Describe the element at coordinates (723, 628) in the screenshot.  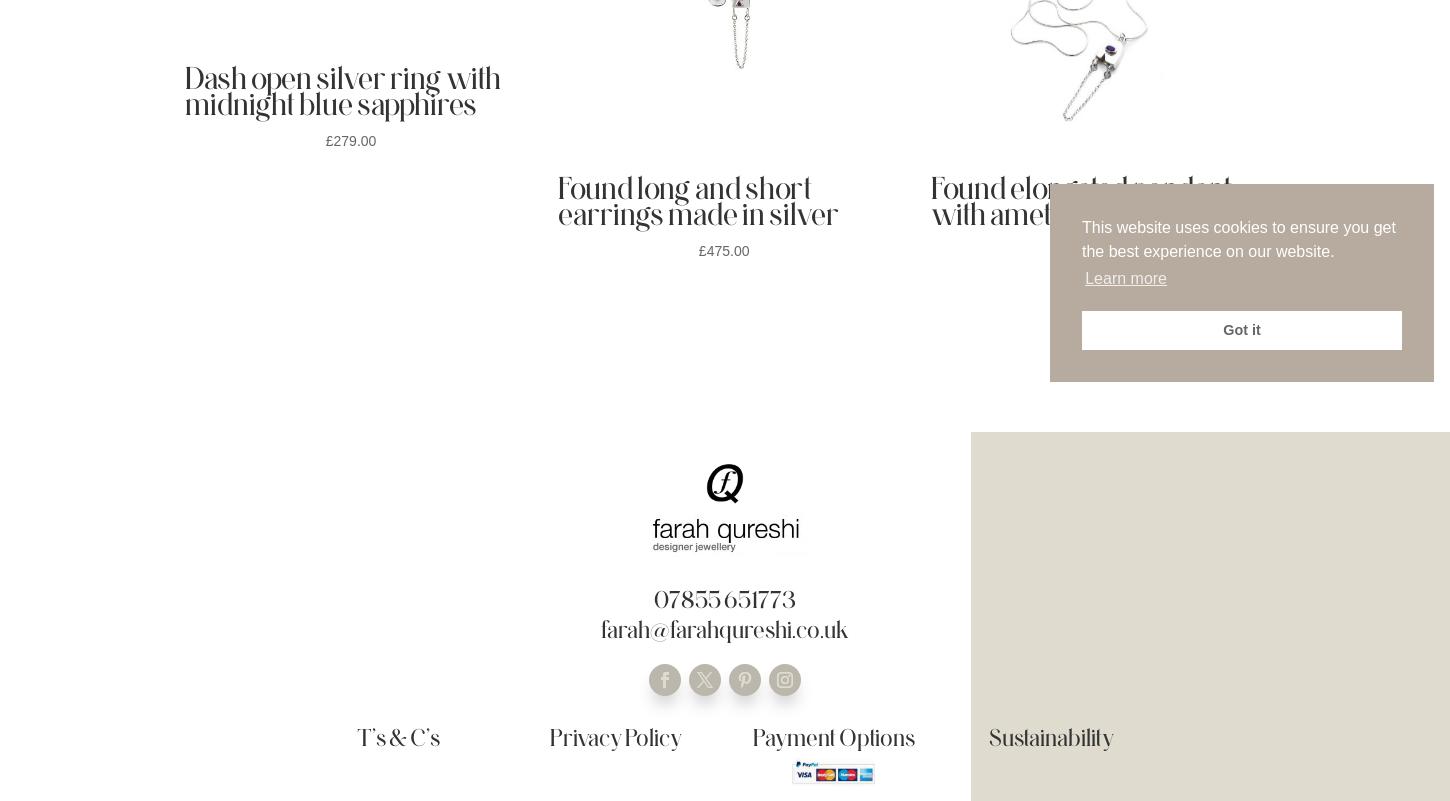
I see `'farah@farahqureshi.co.uk'` at that location.